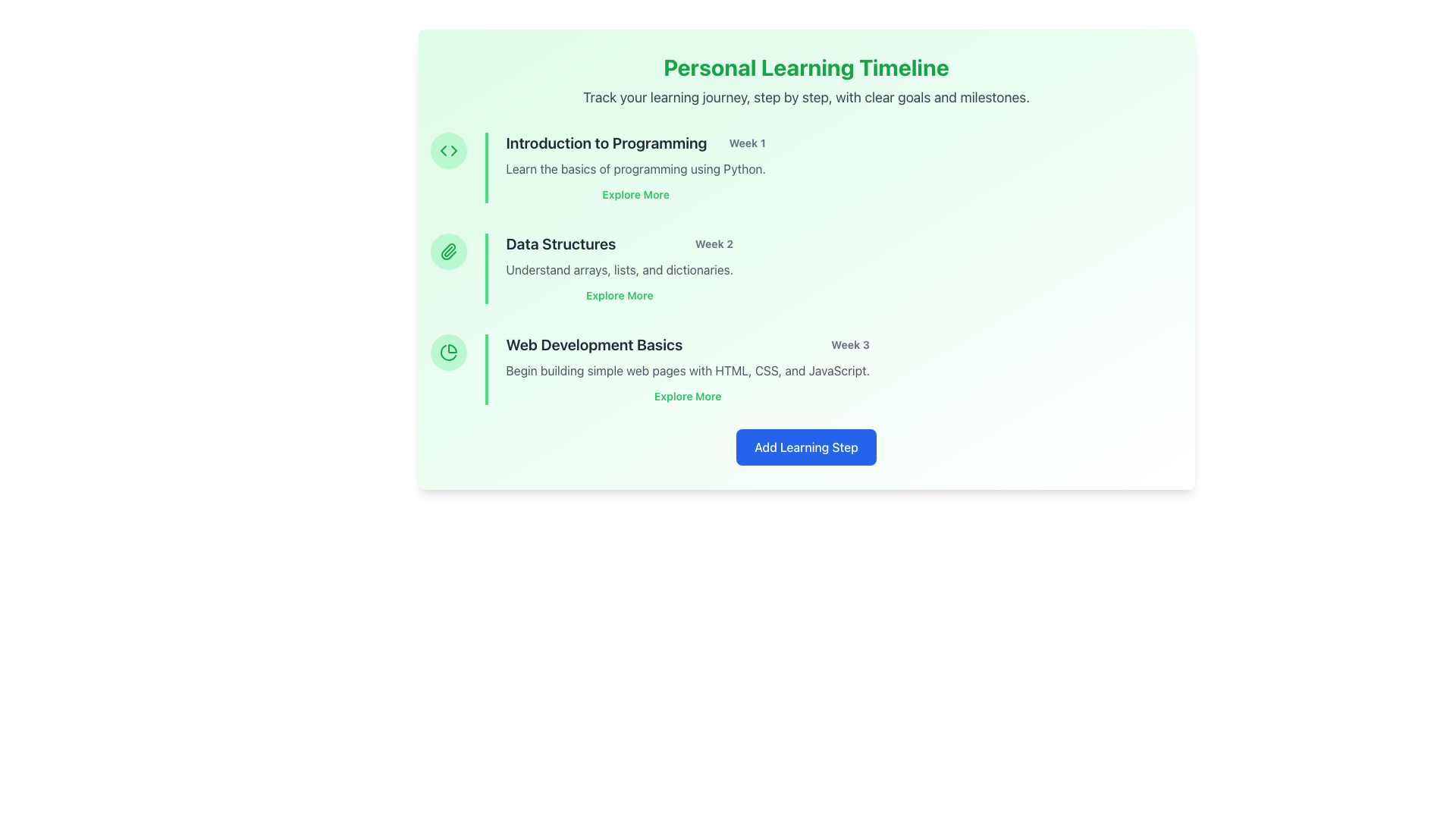 The image size is (1456, 819). What do you see at coordinates (676, 369) in the screenshot?
I see `the informational content section with a bordered style, which is the third element in the vertical sequence` at bounding box center [676, 369].